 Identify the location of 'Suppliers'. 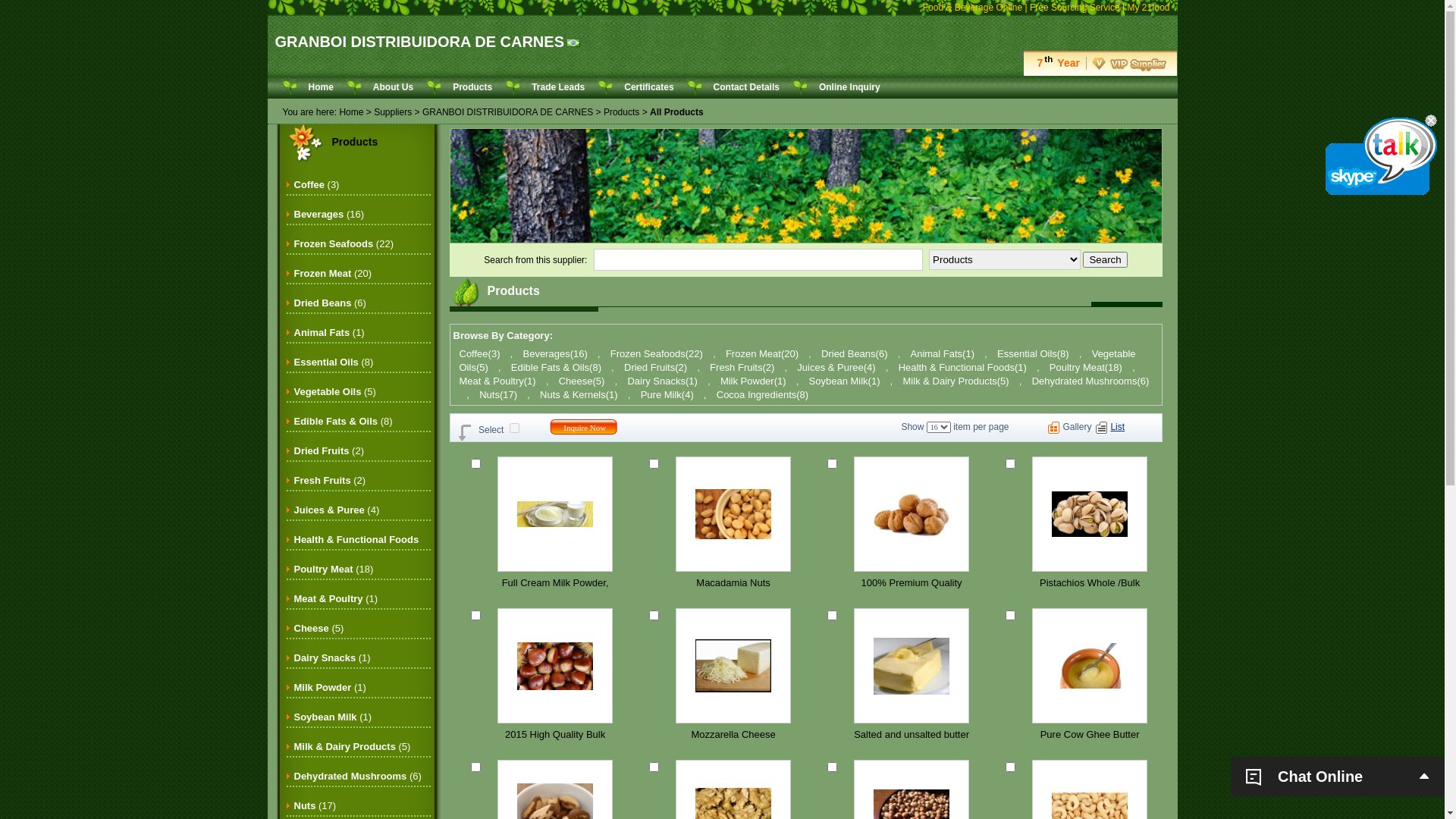
(393, 111).